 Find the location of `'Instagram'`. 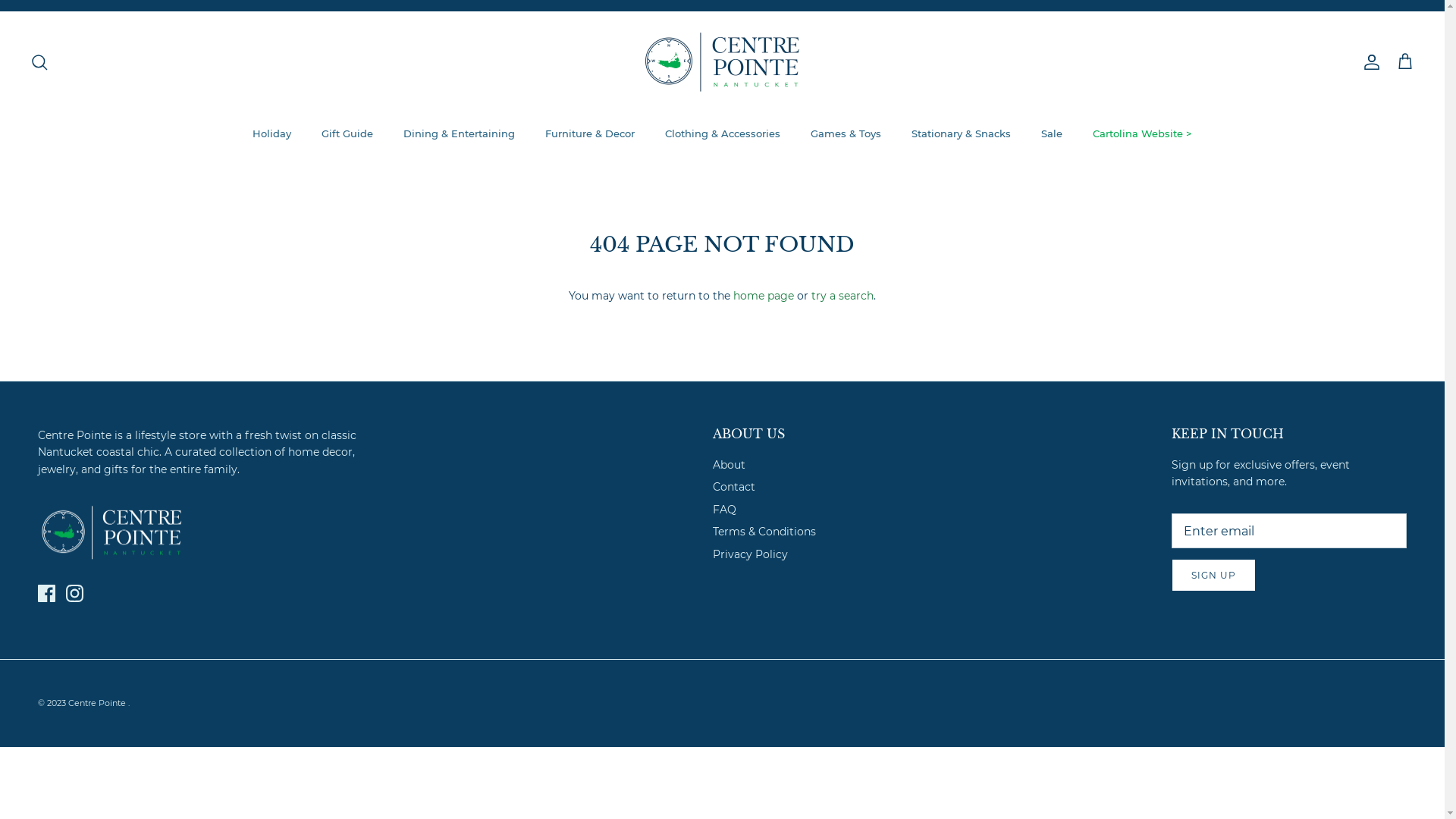

'Instagram' is located at coordinates (74, 592).